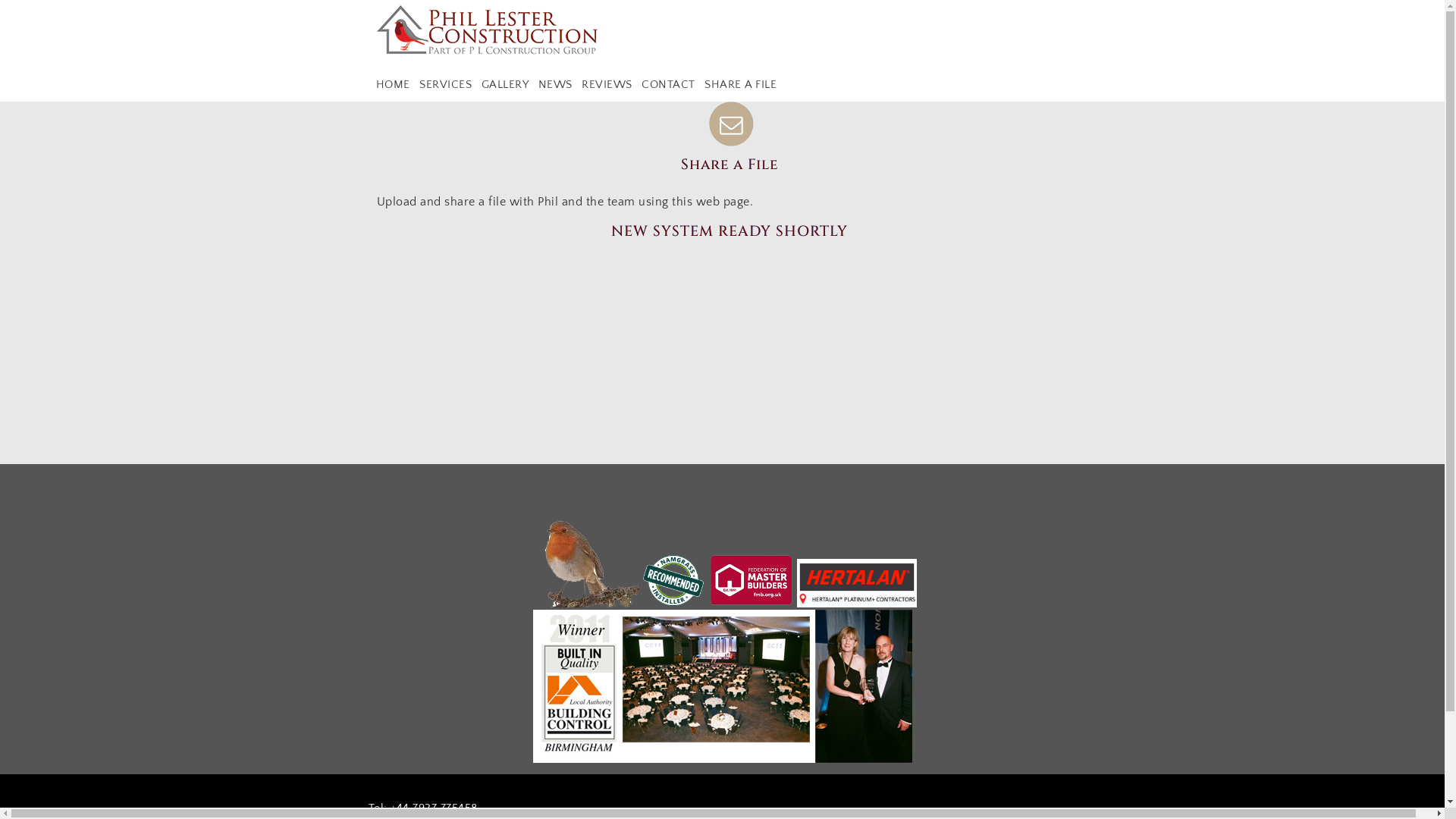  Describe the element at coordinates (393, 84) in the screenshot. I see `'HOME'` at that location.